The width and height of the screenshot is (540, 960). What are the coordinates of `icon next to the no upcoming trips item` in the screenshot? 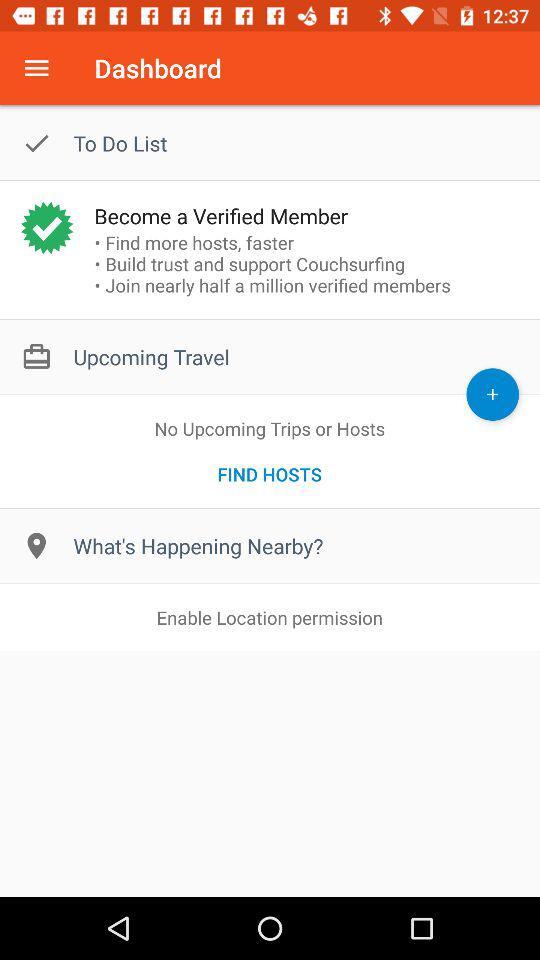 It's located at (491, 393).